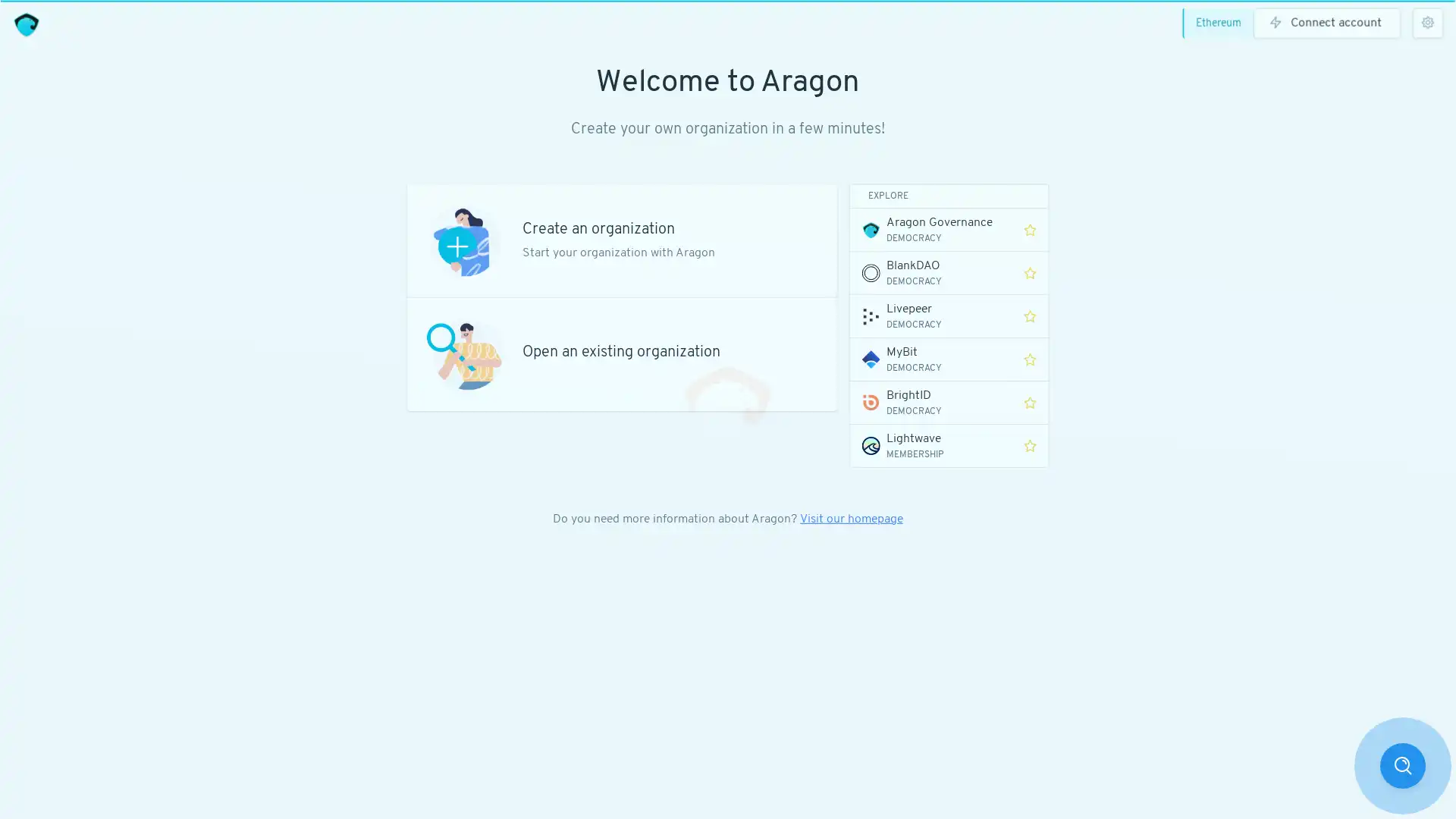  I want to click on Ethereum, so click(1222, 23).